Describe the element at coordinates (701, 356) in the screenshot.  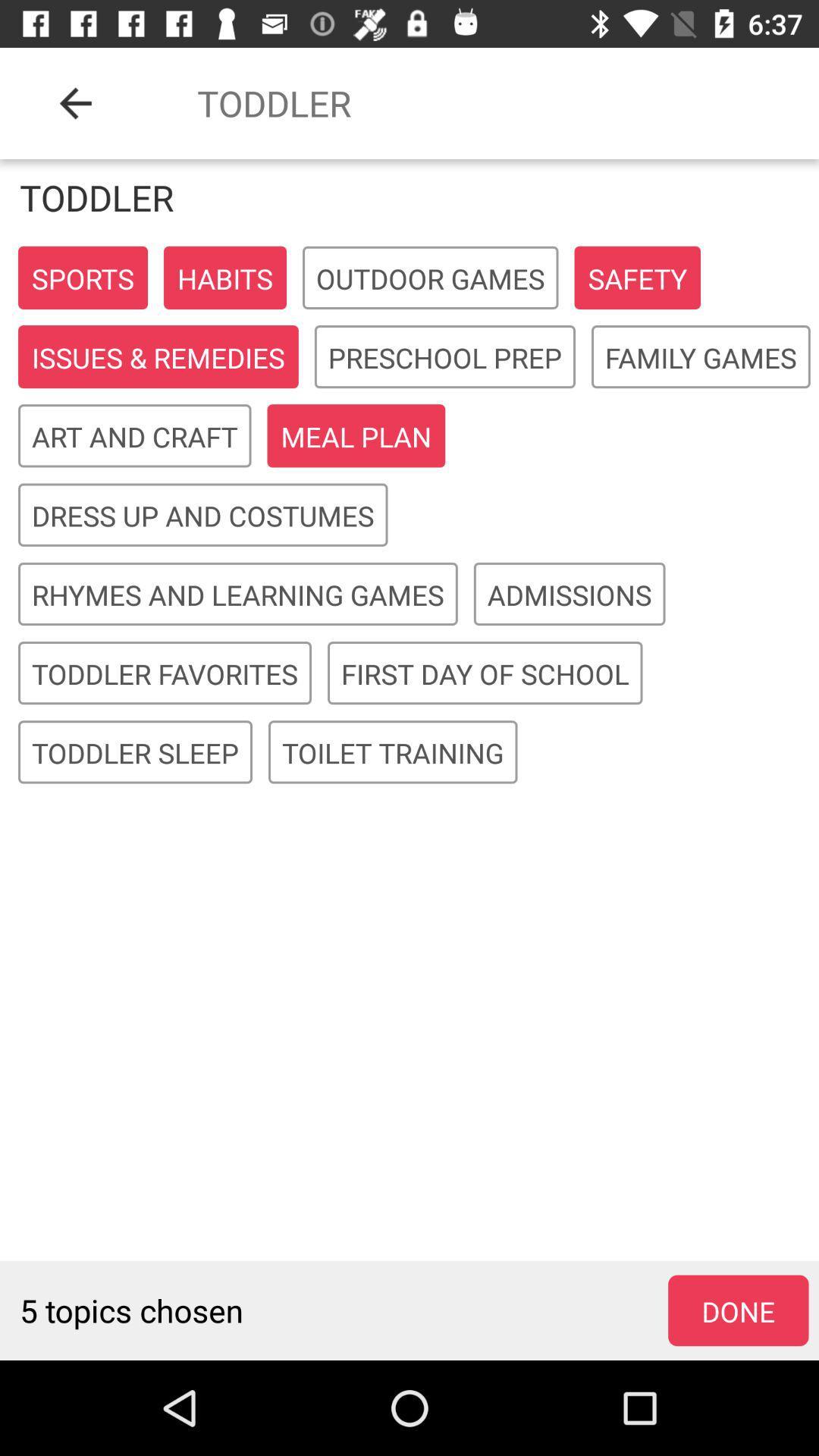
I see `the icon to the right of the preschool prep item` at that location.